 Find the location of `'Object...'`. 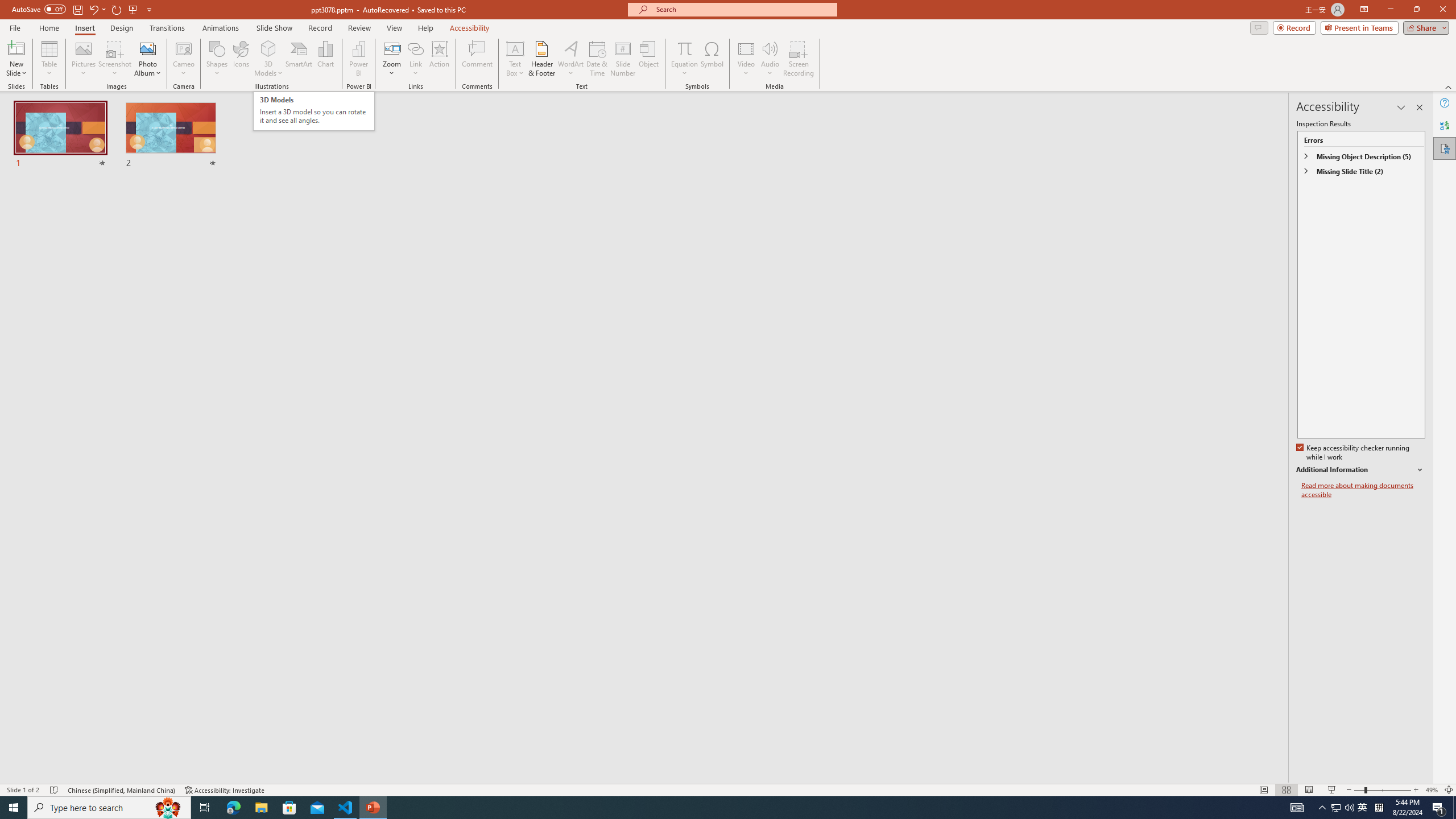

'Object...' is located at coordinates (649, 59).